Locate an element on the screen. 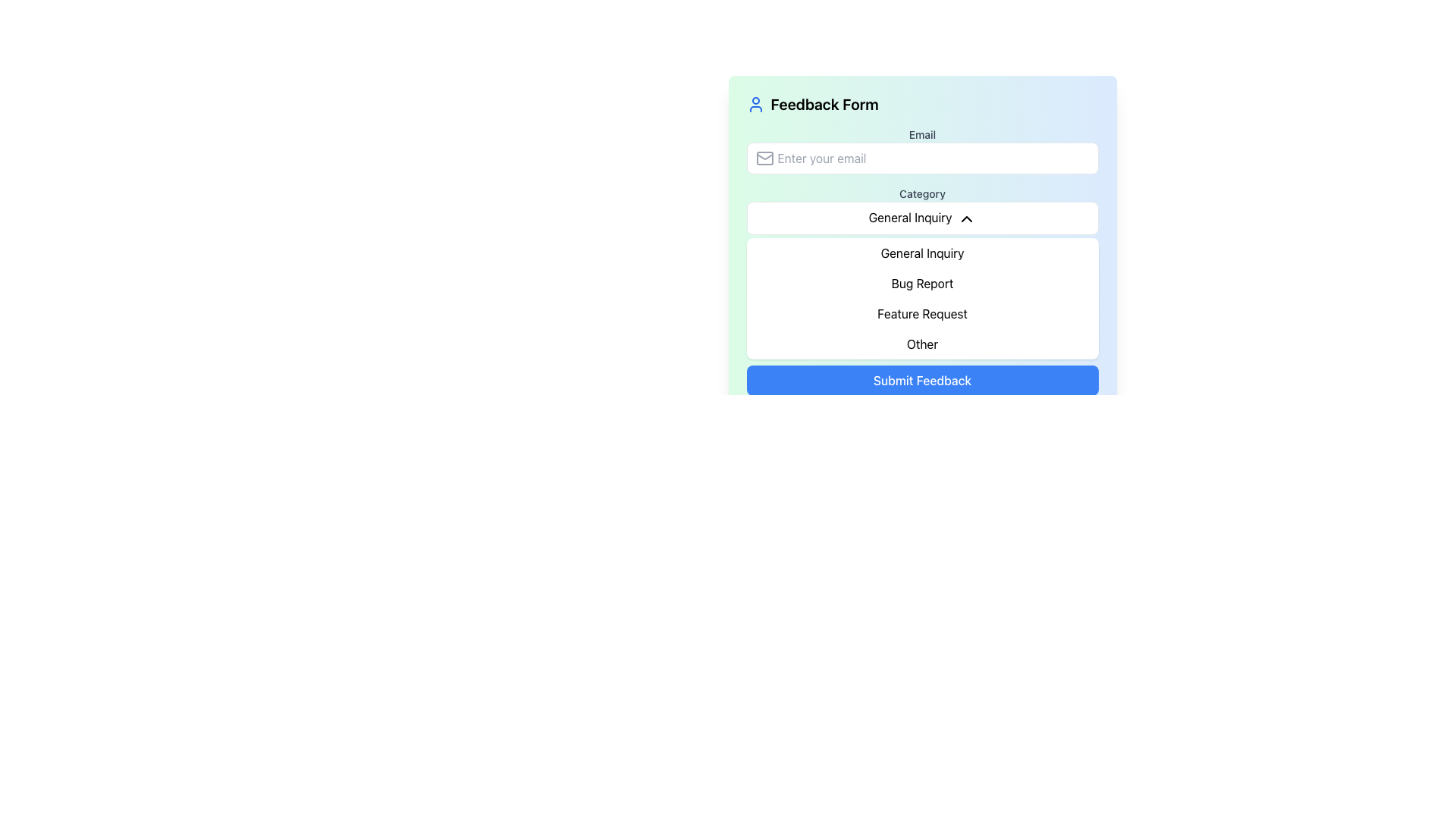 Image resolution: width=1456 pixels, height=819 pixels. the text label displaying 'Email', which is styled with a small, medium-weight font in gray color, located above the email input field is located at coordinates (921, 133).